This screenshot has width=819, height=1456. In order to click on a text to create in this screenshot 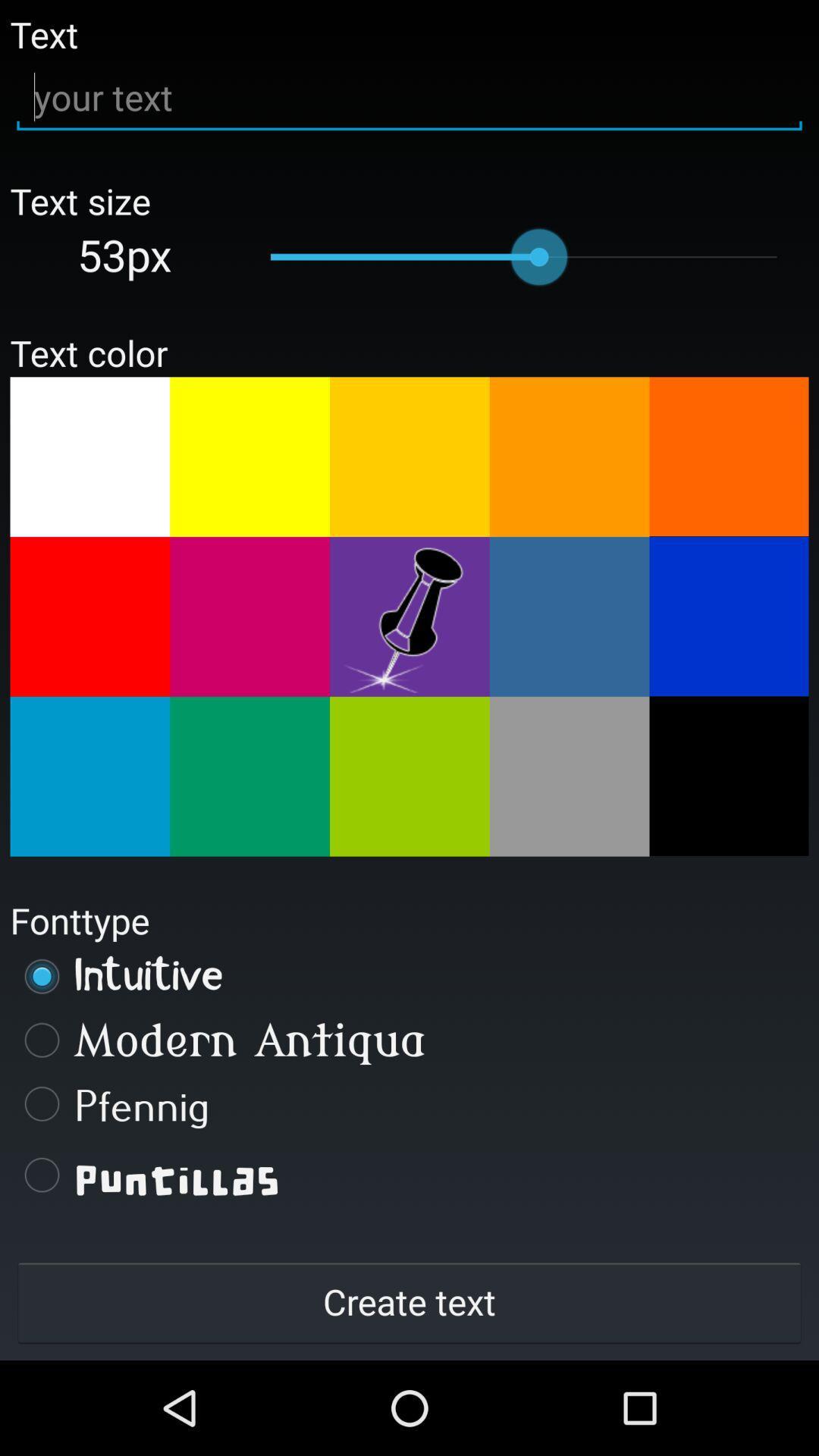, I will do `click(409, 97)`.